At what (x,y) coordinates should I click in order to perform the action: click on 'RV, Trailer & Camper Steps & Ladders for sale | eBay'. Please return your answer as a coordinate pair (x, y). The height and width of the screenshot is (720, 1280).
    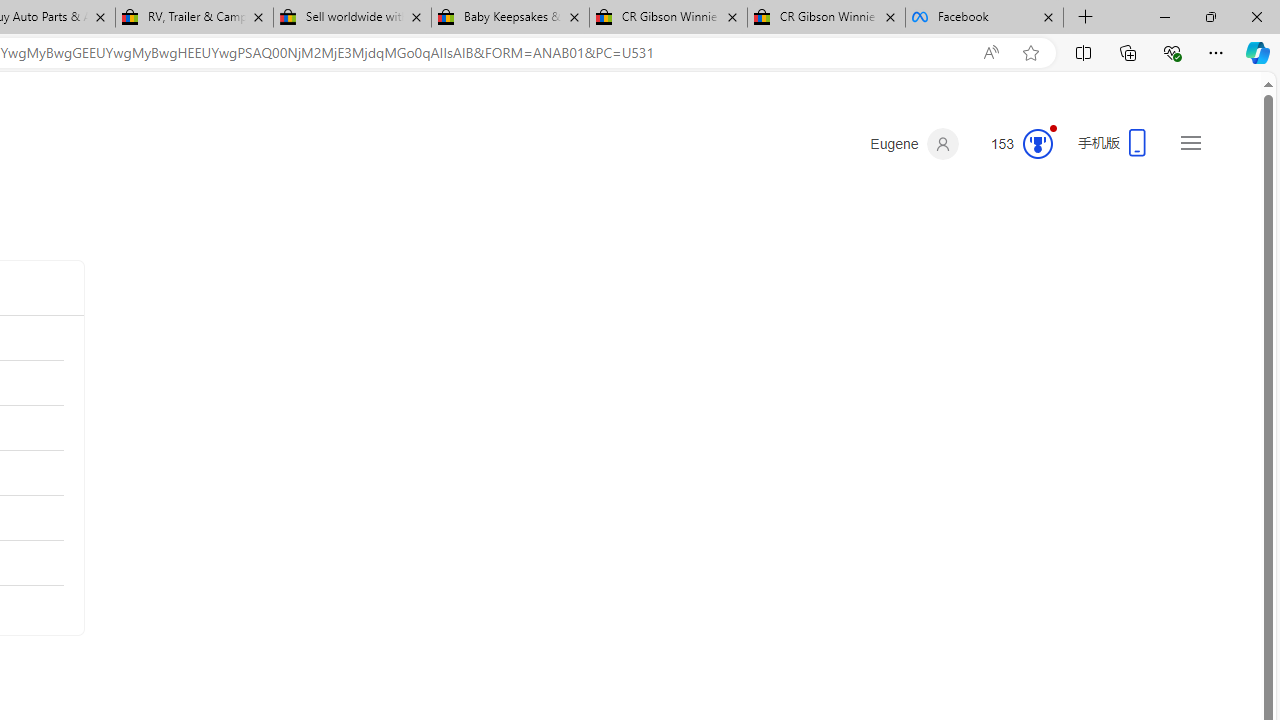
    Looking at the image, I should click on (194, 17).